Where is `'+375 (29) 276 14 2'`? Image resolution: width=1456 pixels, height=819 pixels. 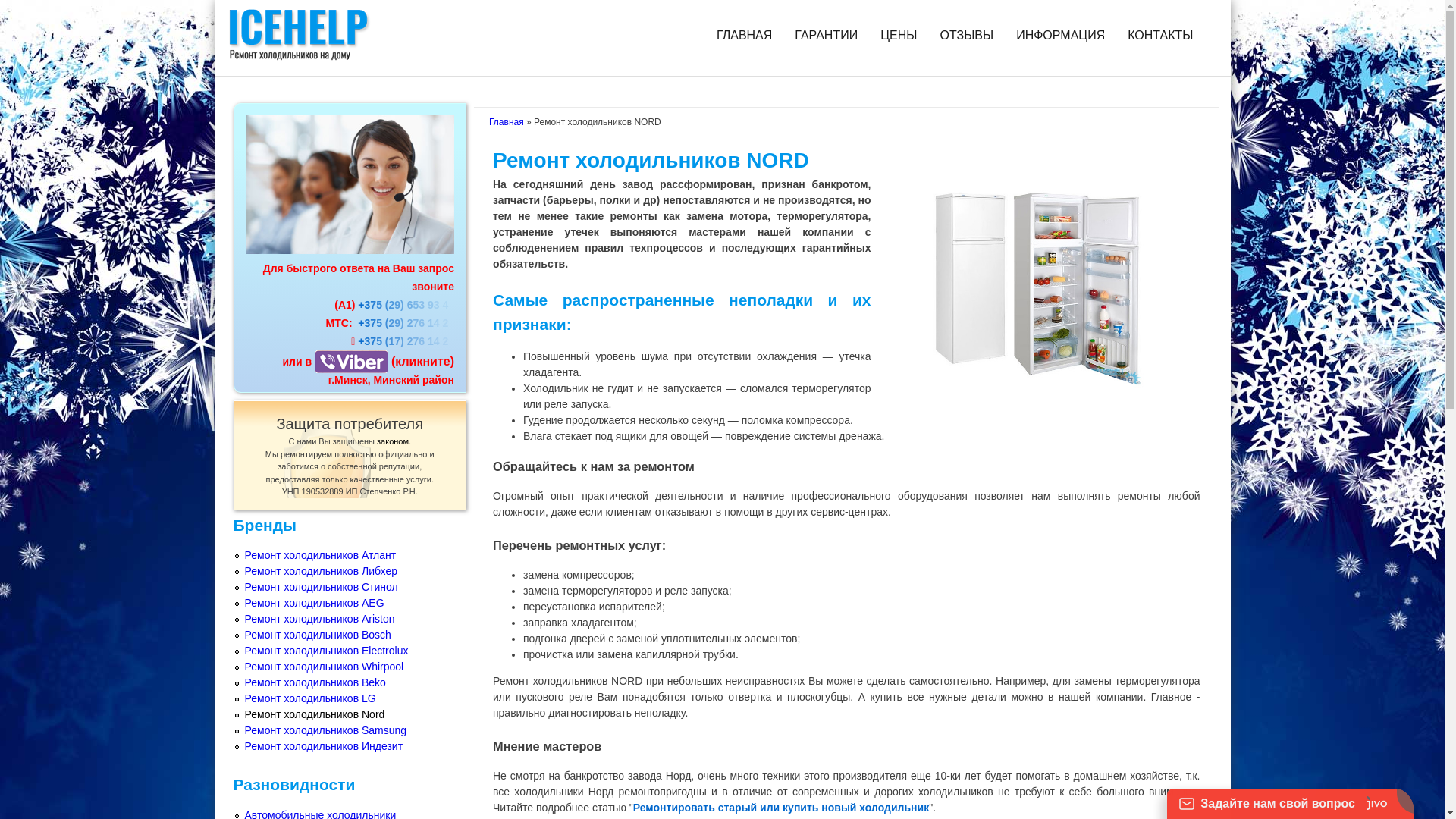 '+375 (29) 276 14 2' is located at coordinates (356, 322).